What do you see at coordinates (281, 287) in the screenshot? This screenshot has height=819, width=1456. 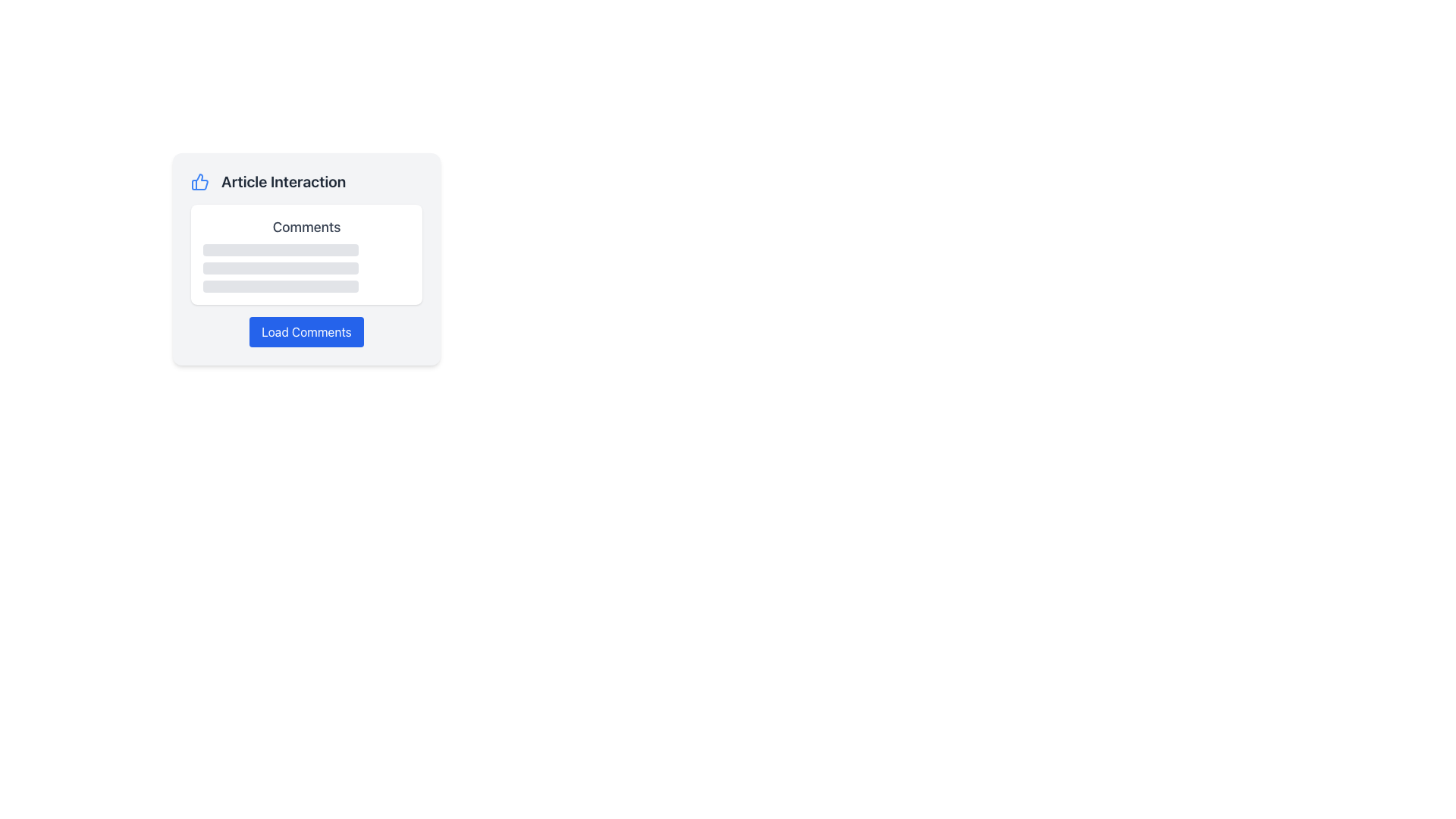 I see `the third gray horizontal bar with rounded corners in the 'Comments' card, which is part of the 'Article Interaction' section` at bounding box center [281, 287].